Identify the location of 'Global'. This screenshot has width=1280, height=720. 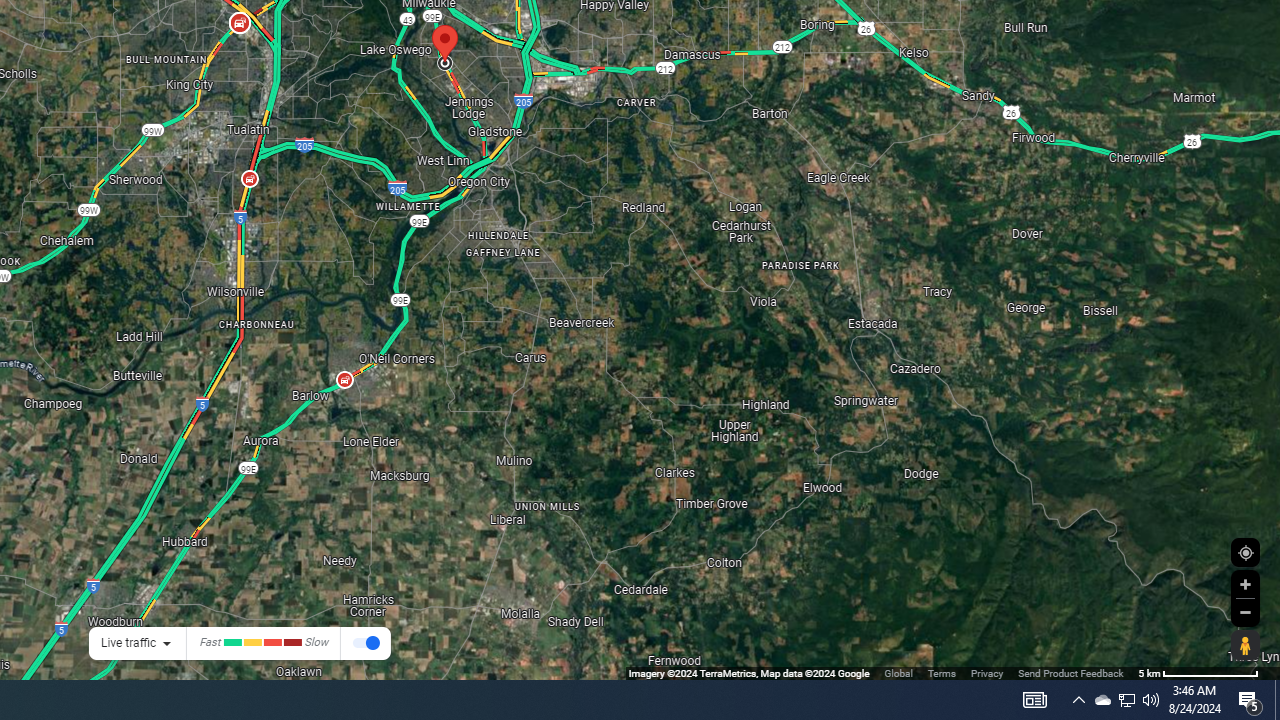
(897, 673).